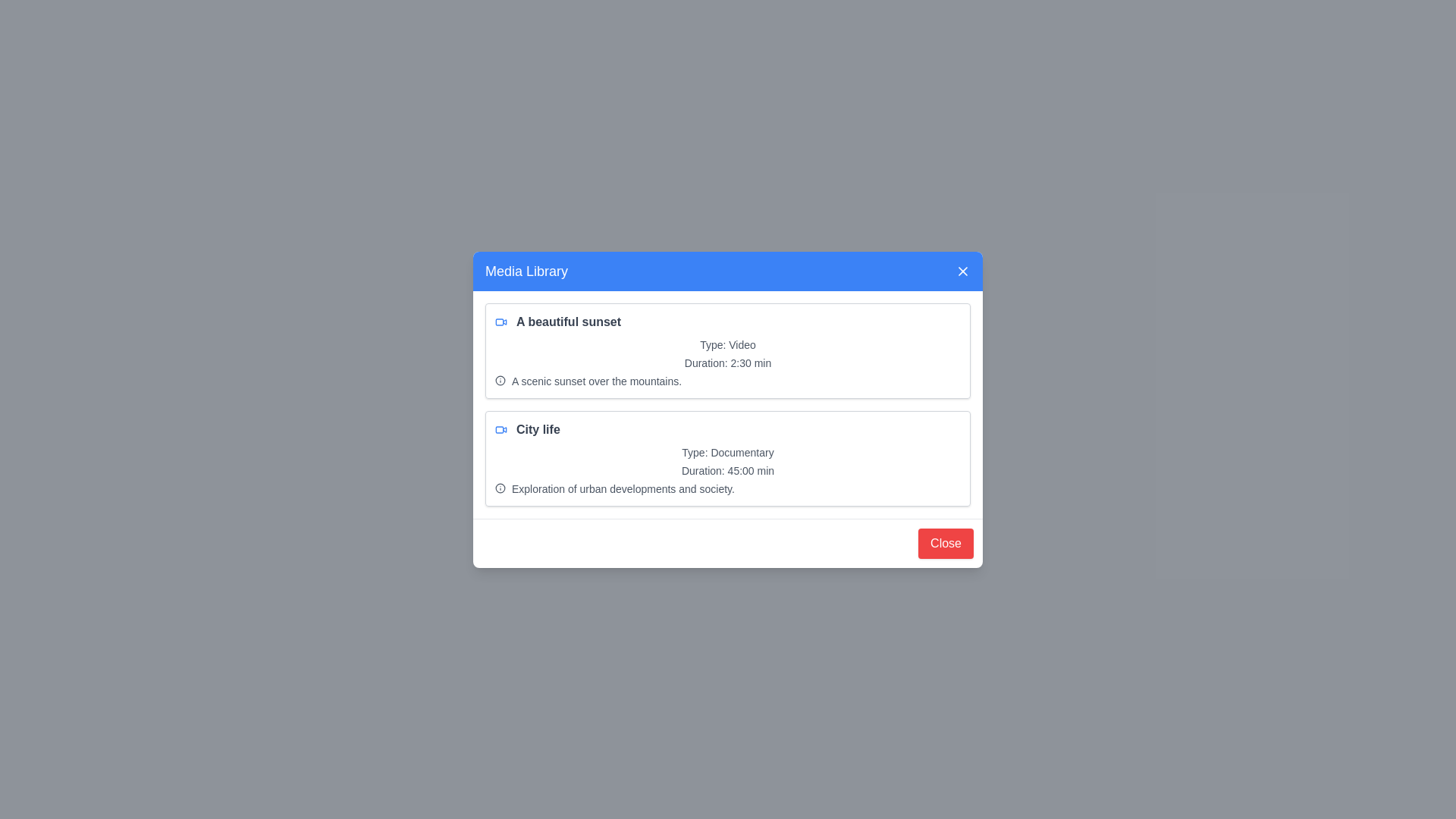  Describe the element at coordinates (728, 488) in the screenshot. I see `the informational icon containing the 'i' symbol next to the text 'Exploration of urban developments and society.' in the 'City life' section to interact with it` at that location.